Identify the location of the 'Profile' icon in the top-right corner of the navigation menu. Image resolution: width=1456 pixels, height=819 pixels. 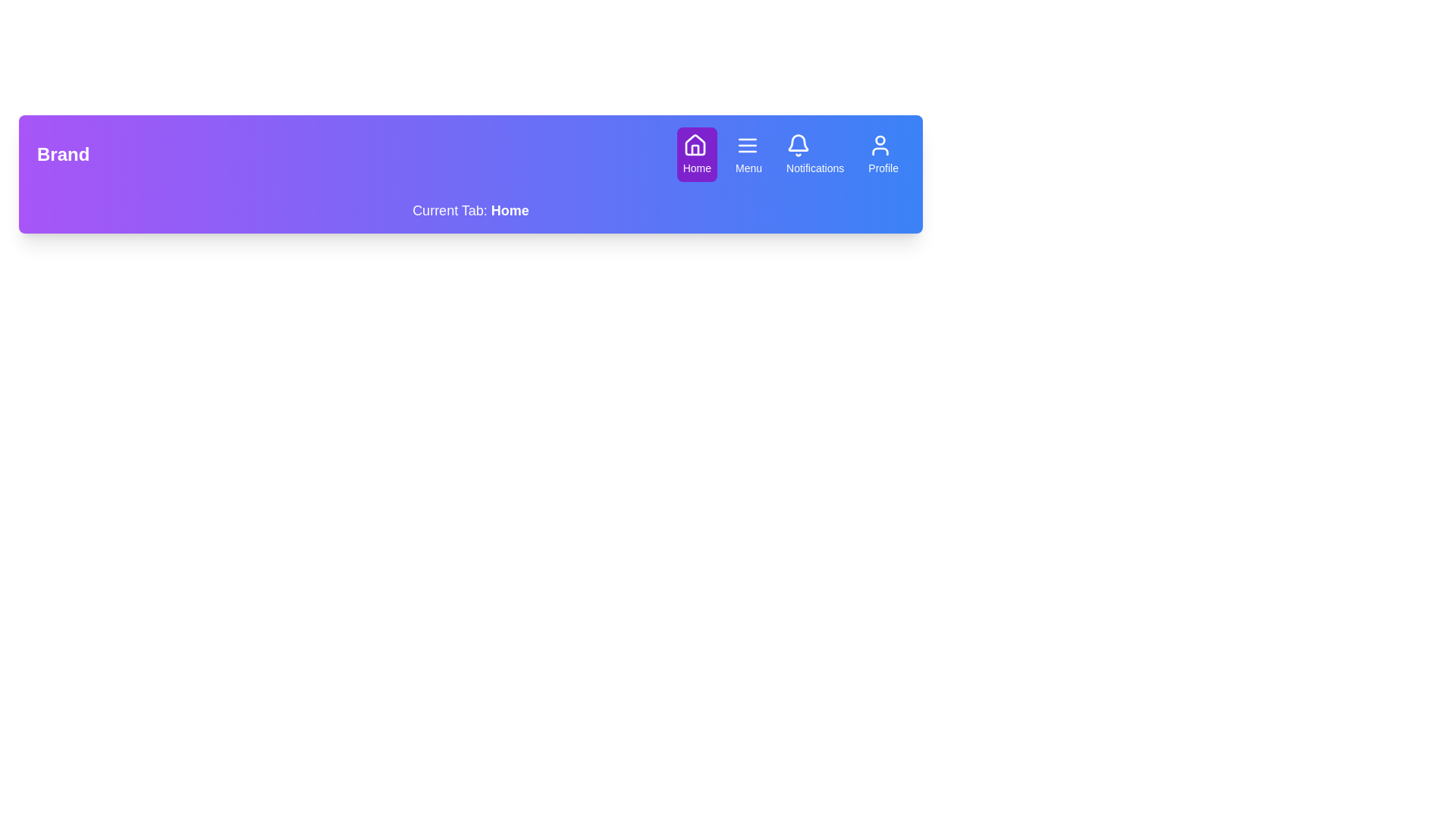
(880, 146).